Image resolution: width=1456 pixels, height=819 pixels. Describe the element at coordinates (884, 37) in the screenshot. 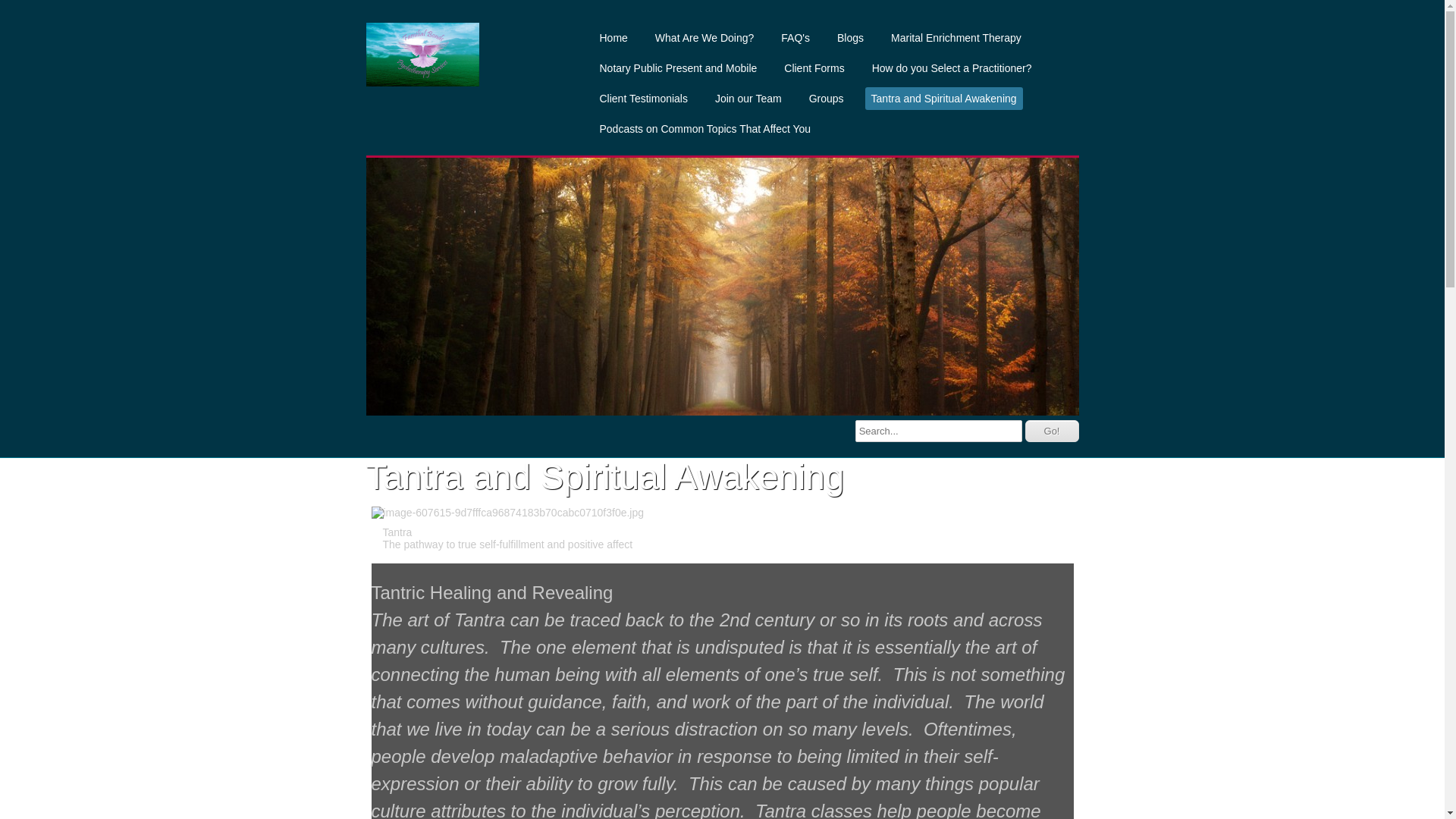

I see `'Marital Enrichment Therapy'` at that location.